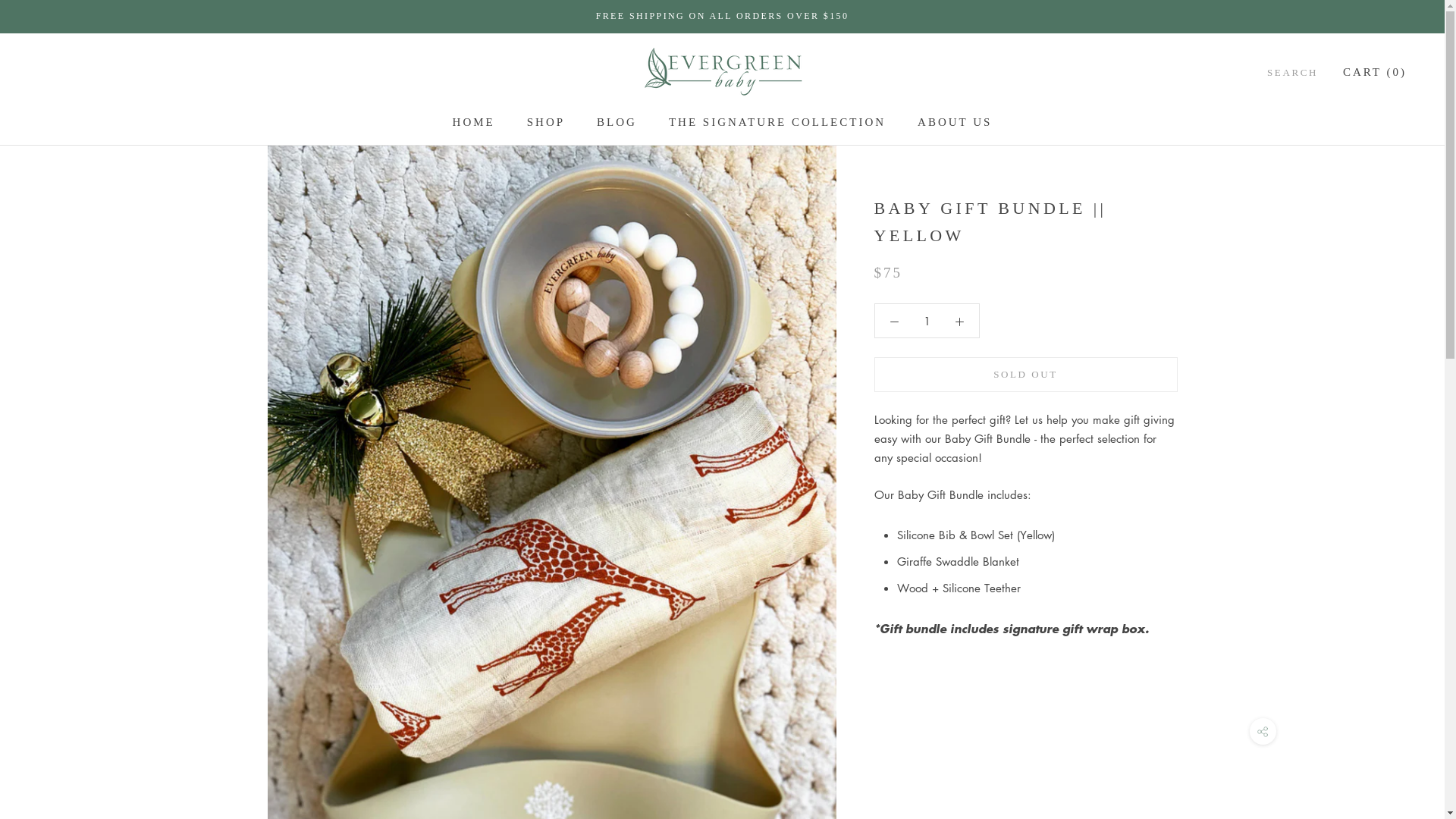  I want to click on 'HOME, so click(451, 121).